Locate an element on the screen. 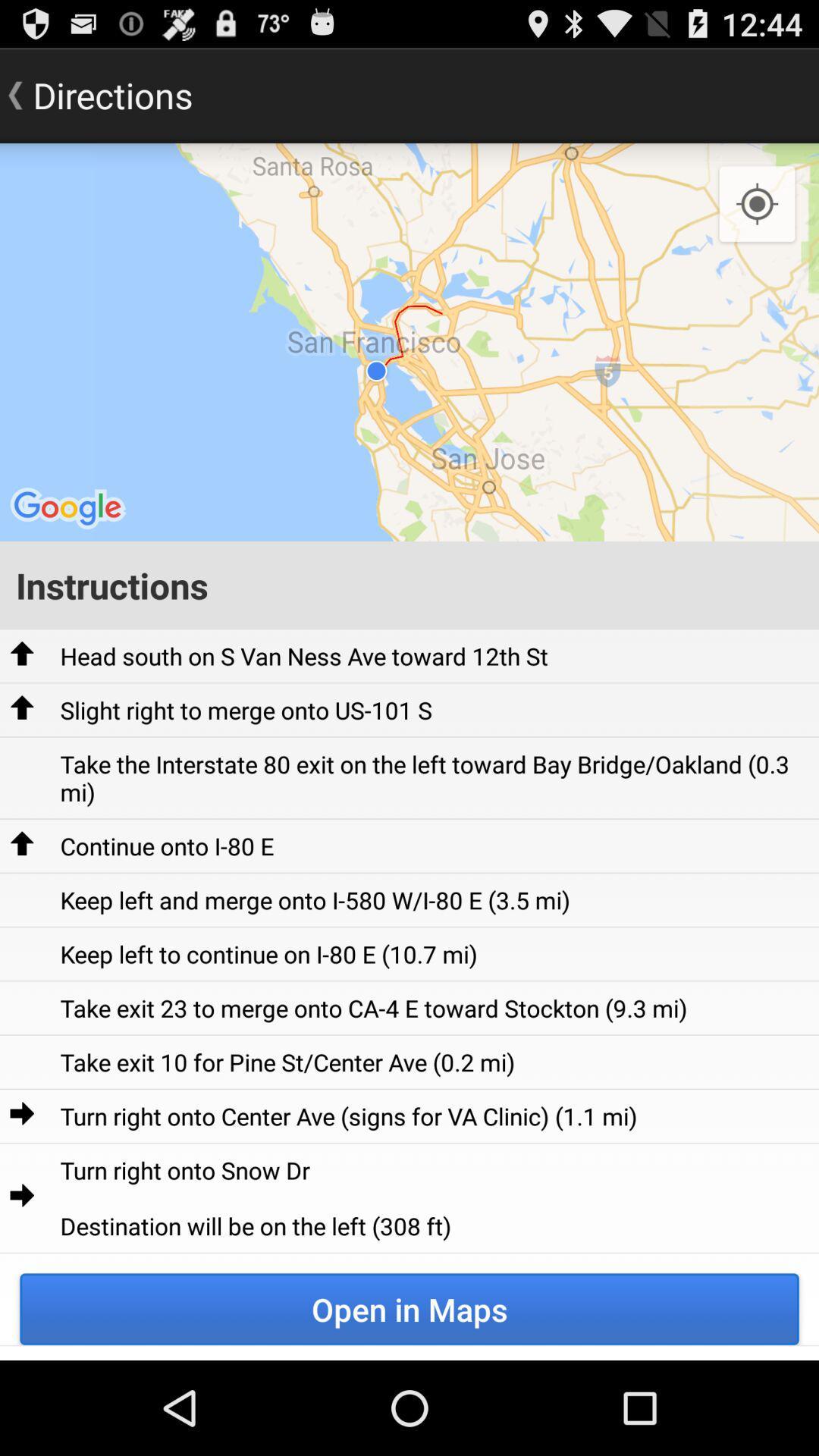  the location_crosshair icon is located at coordinates (757, 218).